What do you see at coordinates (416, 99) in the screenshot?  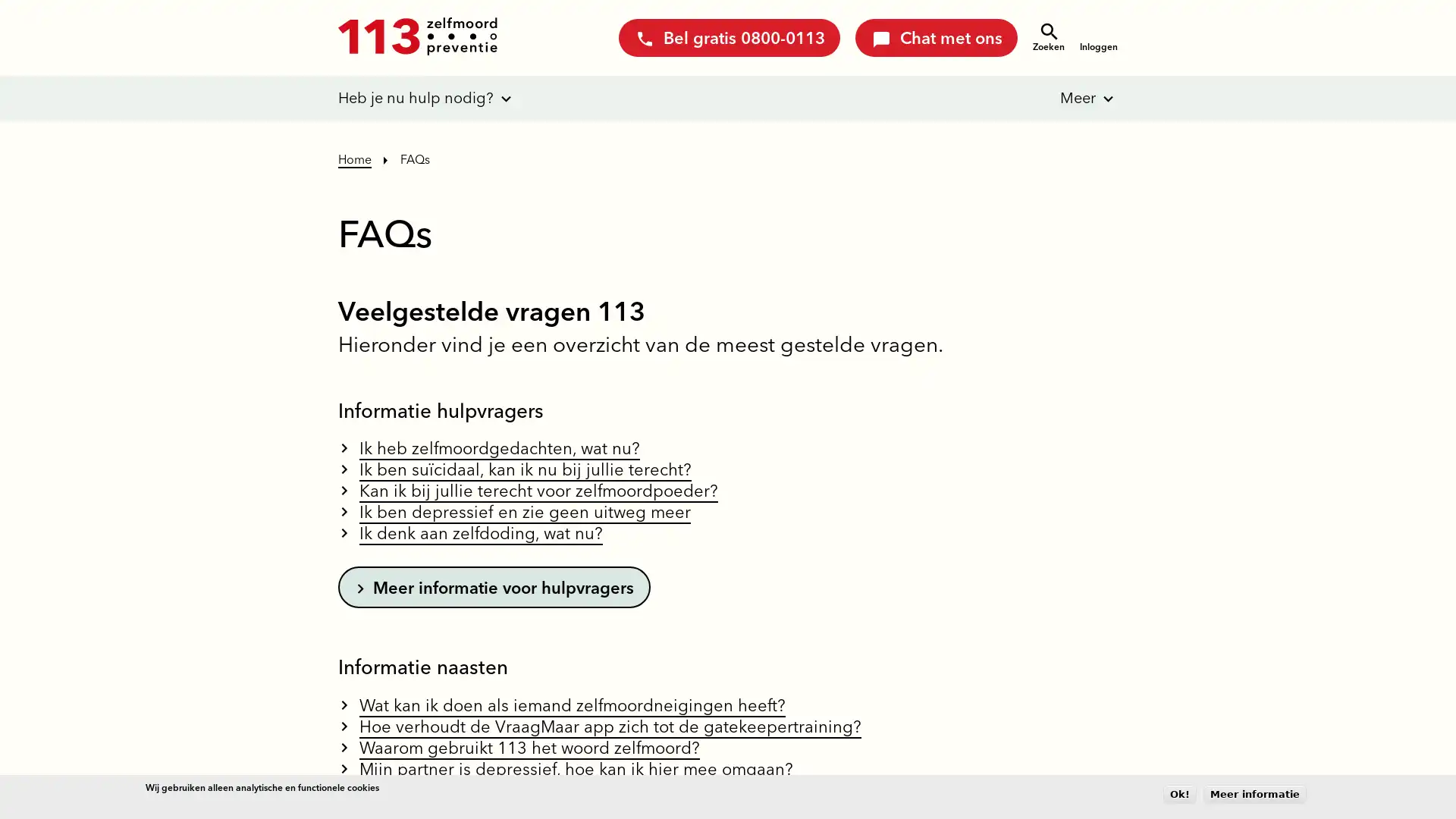 I see `Heb je nu hulp nodig?` at bounding box center [416, 99].